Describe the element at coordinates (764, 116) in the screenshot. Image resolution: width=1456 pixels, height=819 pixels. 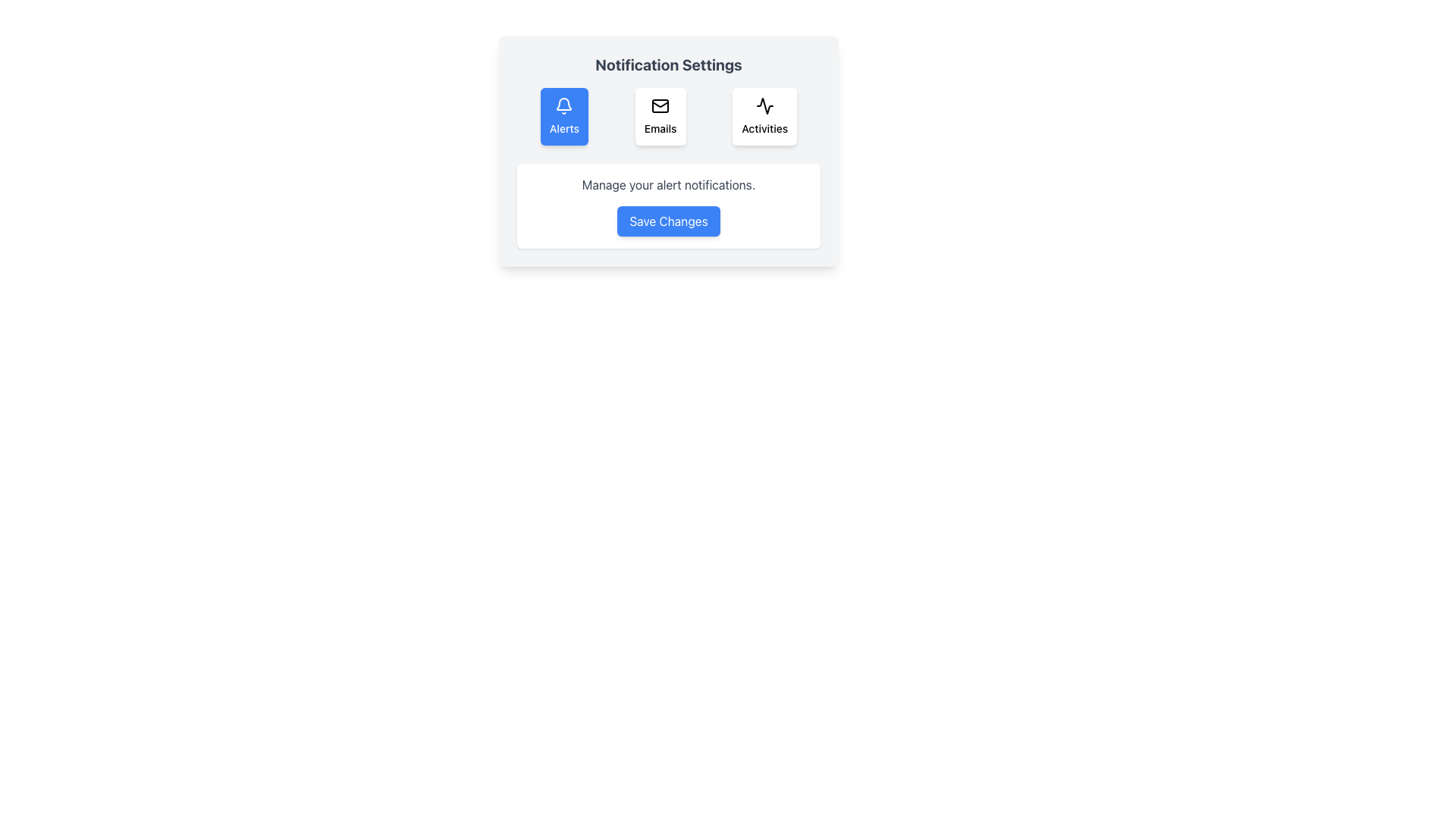
I see `the 'Activities' button located in the top section of the interface within the 'Notification Settings' panel, which is the third button in a horizontal group of three, following 'Alerts' and 'Emails'` at that location.